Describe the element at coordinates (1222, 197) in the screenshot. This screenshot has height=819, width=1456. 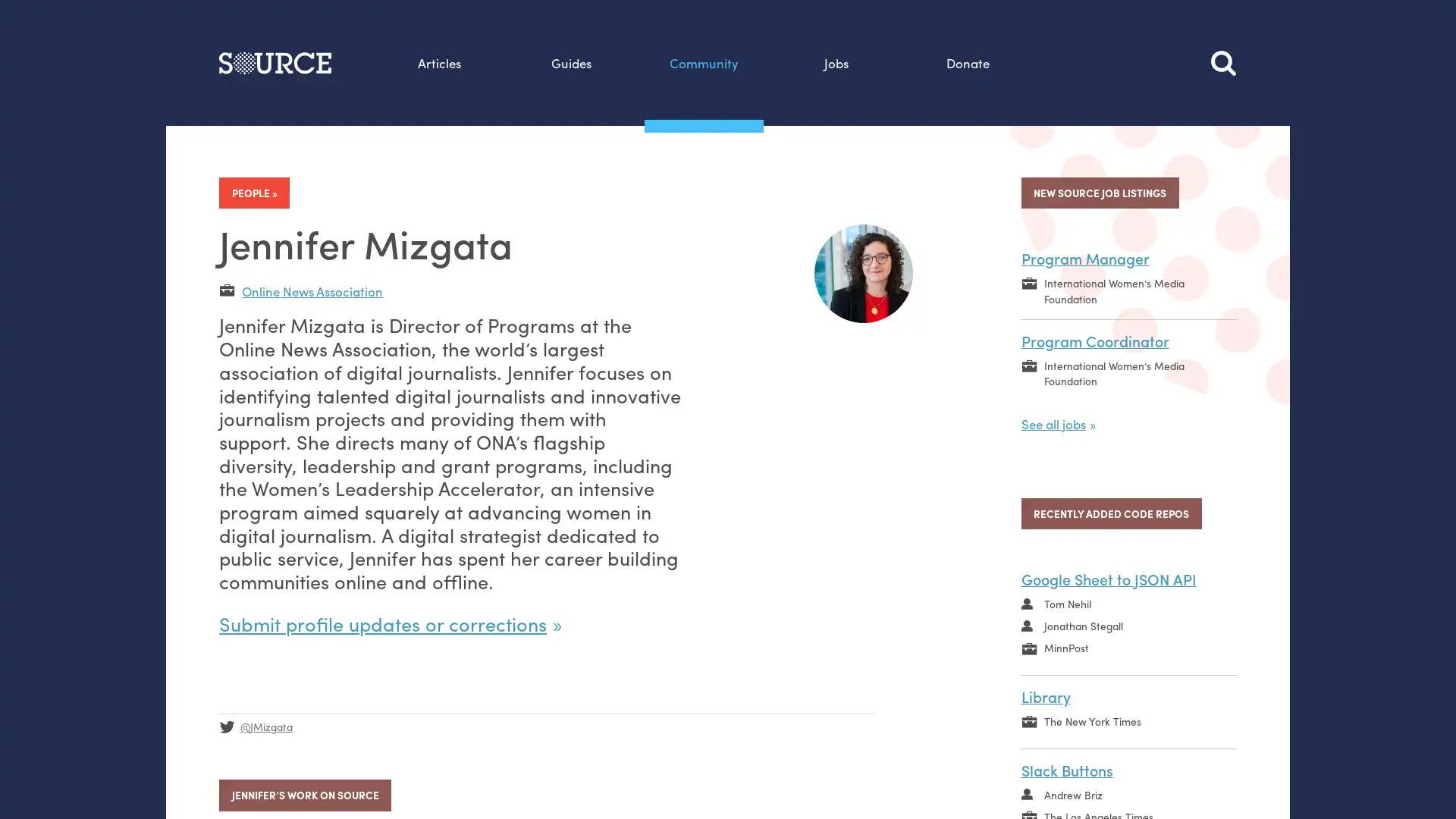
I see `Search` at that location.